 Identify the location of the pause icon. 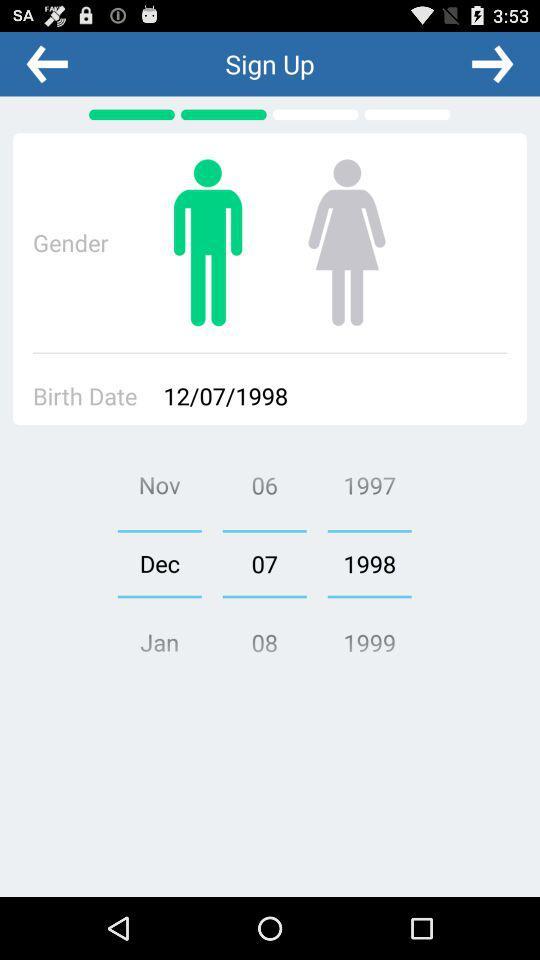
(207, 258).